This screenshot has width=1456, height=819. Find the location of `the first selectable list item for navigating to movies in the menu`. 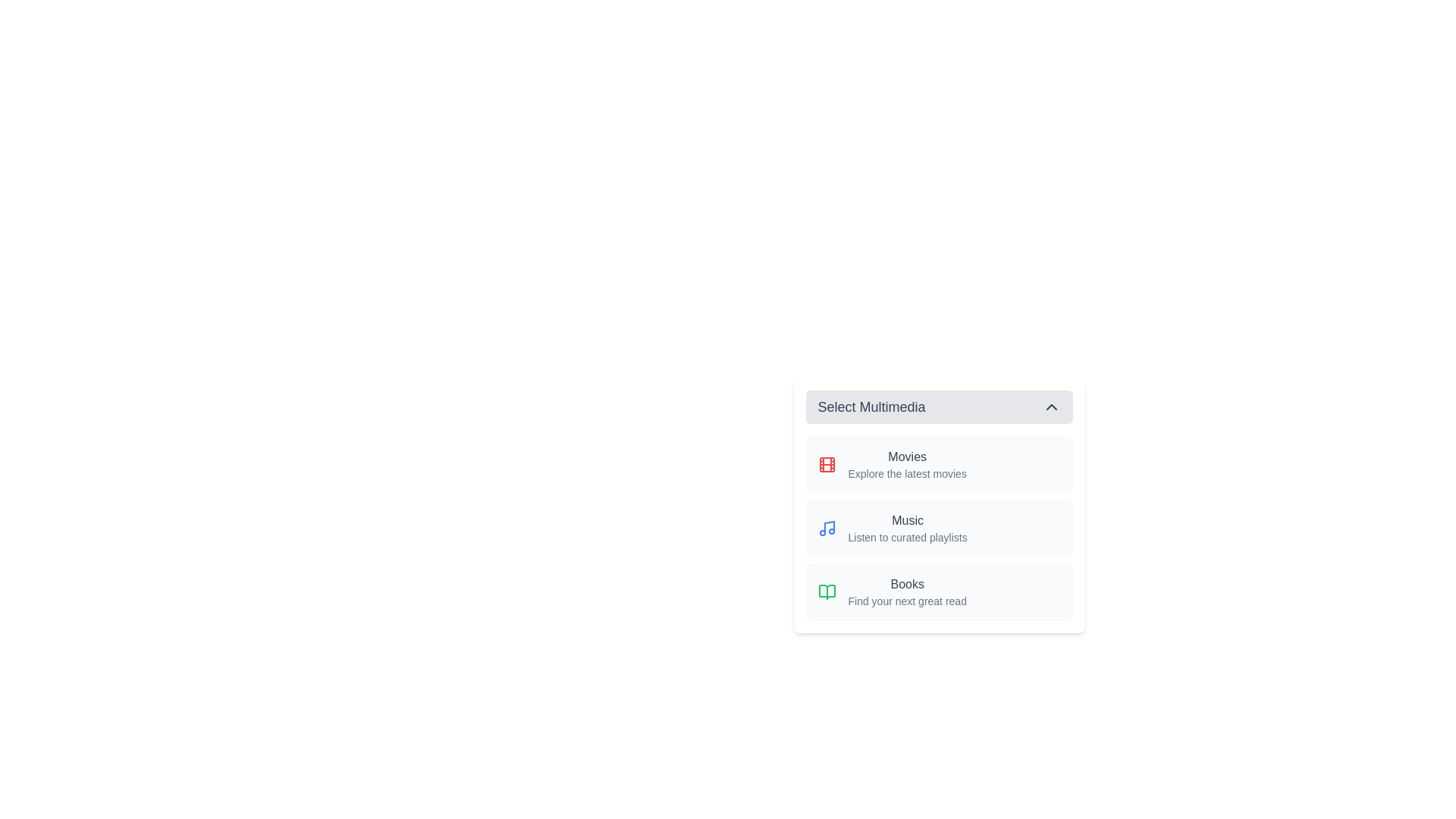

the first selectable list item for navigating to movies in the menu is located at coordinates (938, 464).